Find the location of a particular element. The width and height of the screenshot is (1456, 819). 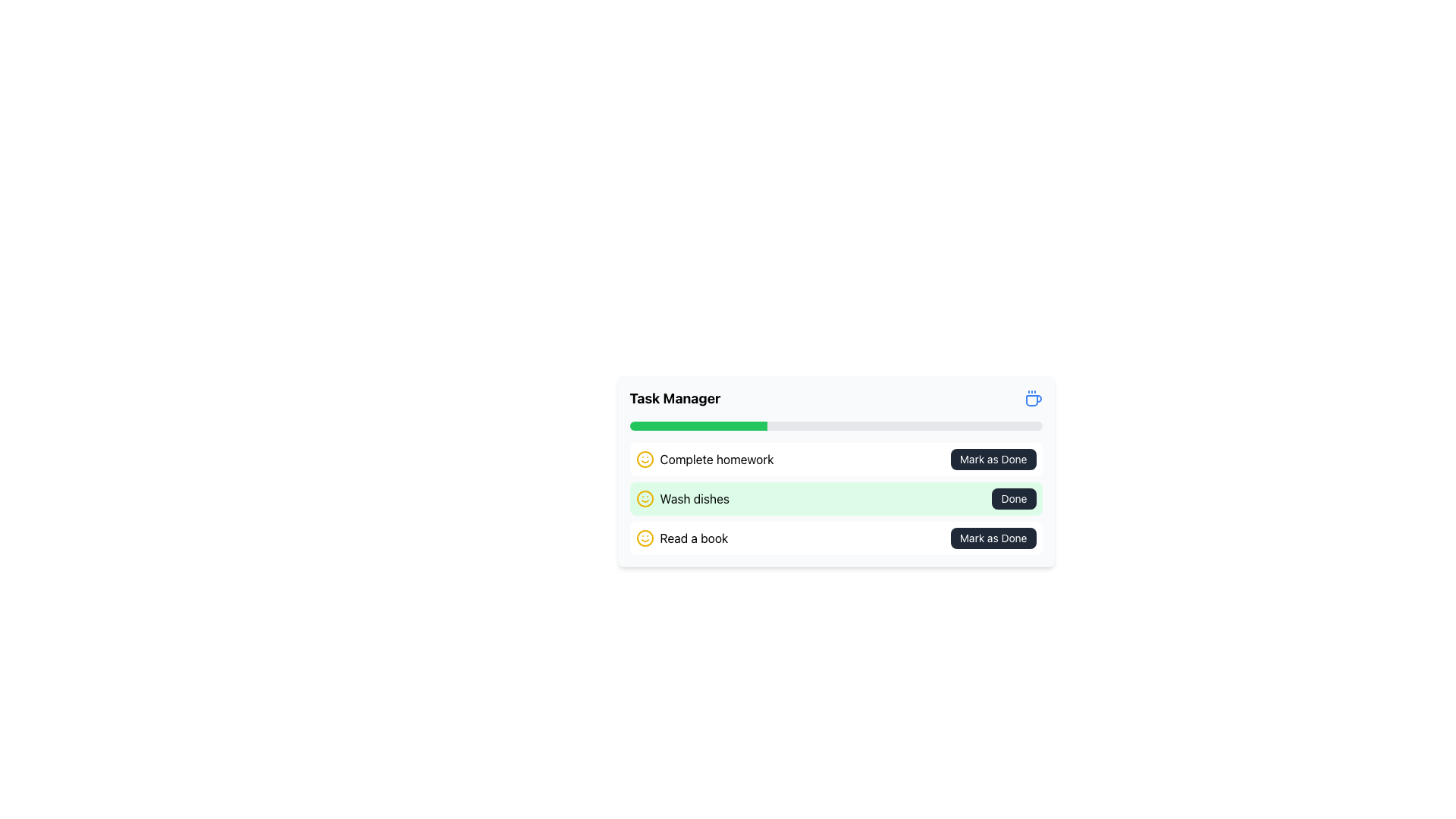

the yellow outlined smiley face emoji icon located to the left of the 'Wash dishes' text in the second task item of the Task Manager's list is located at coordinates (645, 499).